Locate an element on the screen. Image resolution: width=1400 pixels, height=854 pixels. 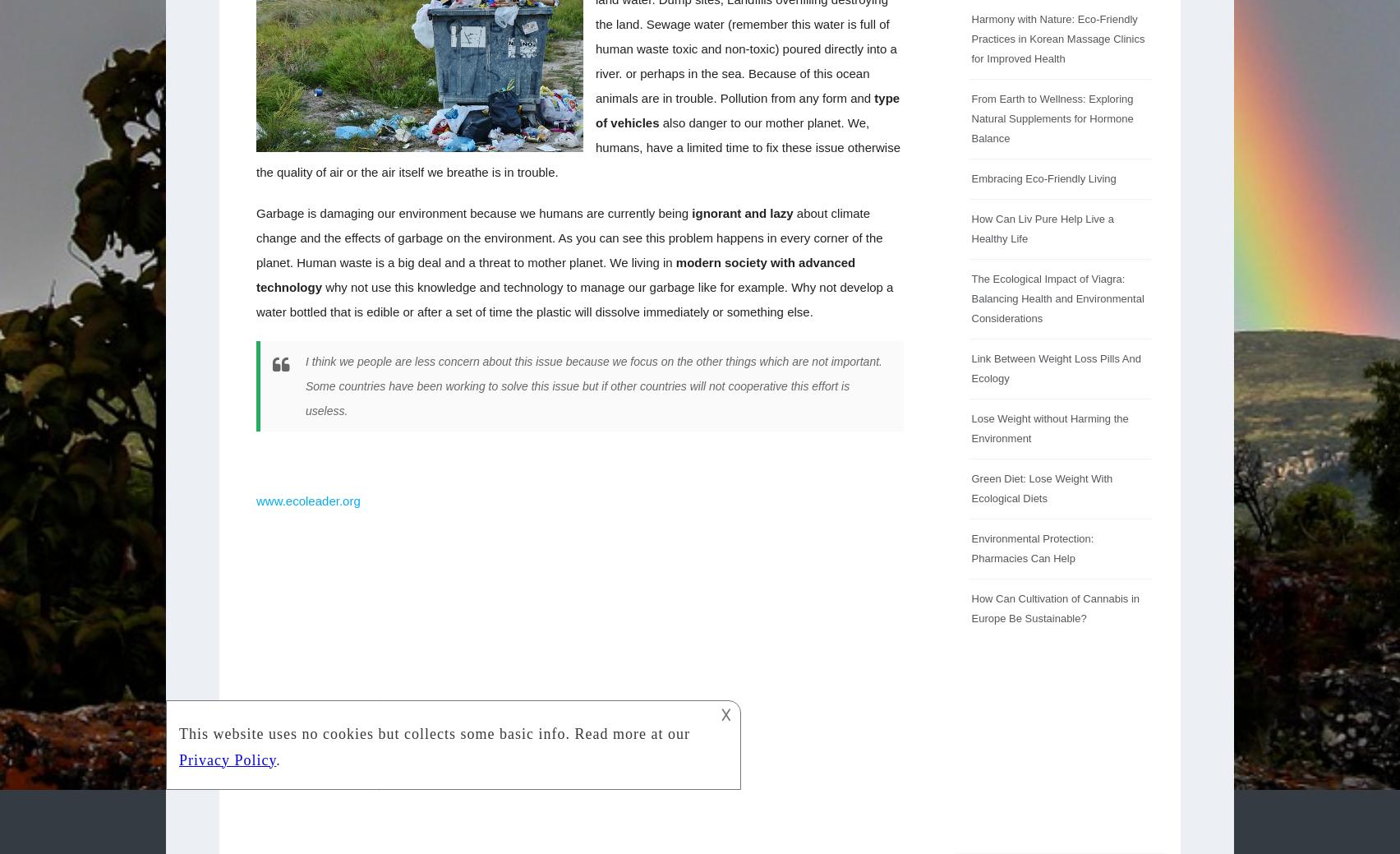
'Harmony with Nature: Eco-Friendly Practices in Korean Massage Clinics for Improved Health' is located at coordinates (1057, 38).